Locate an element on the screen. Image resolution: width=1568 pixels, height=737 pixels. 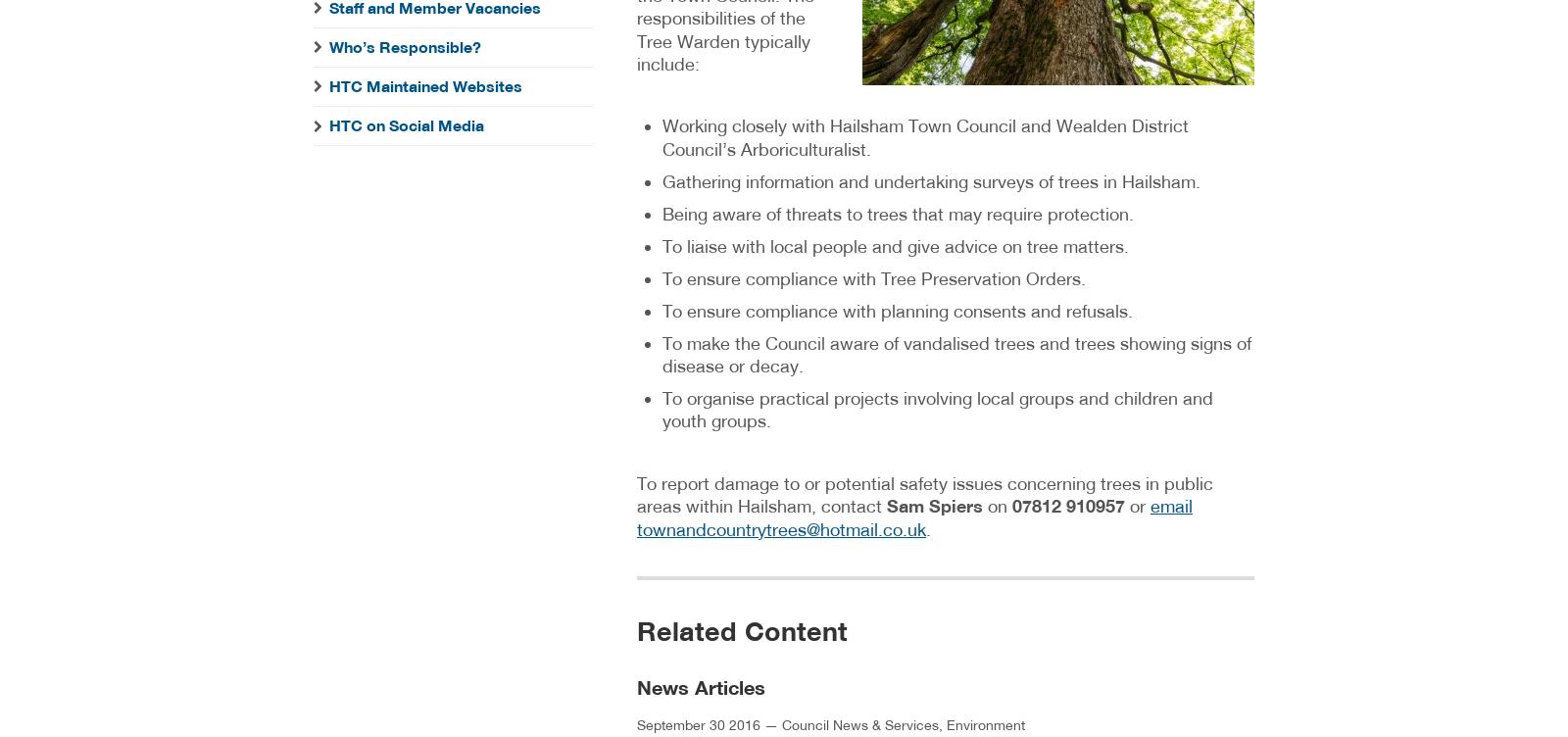
'September 30 2016' is located at coordinates (698, 723).